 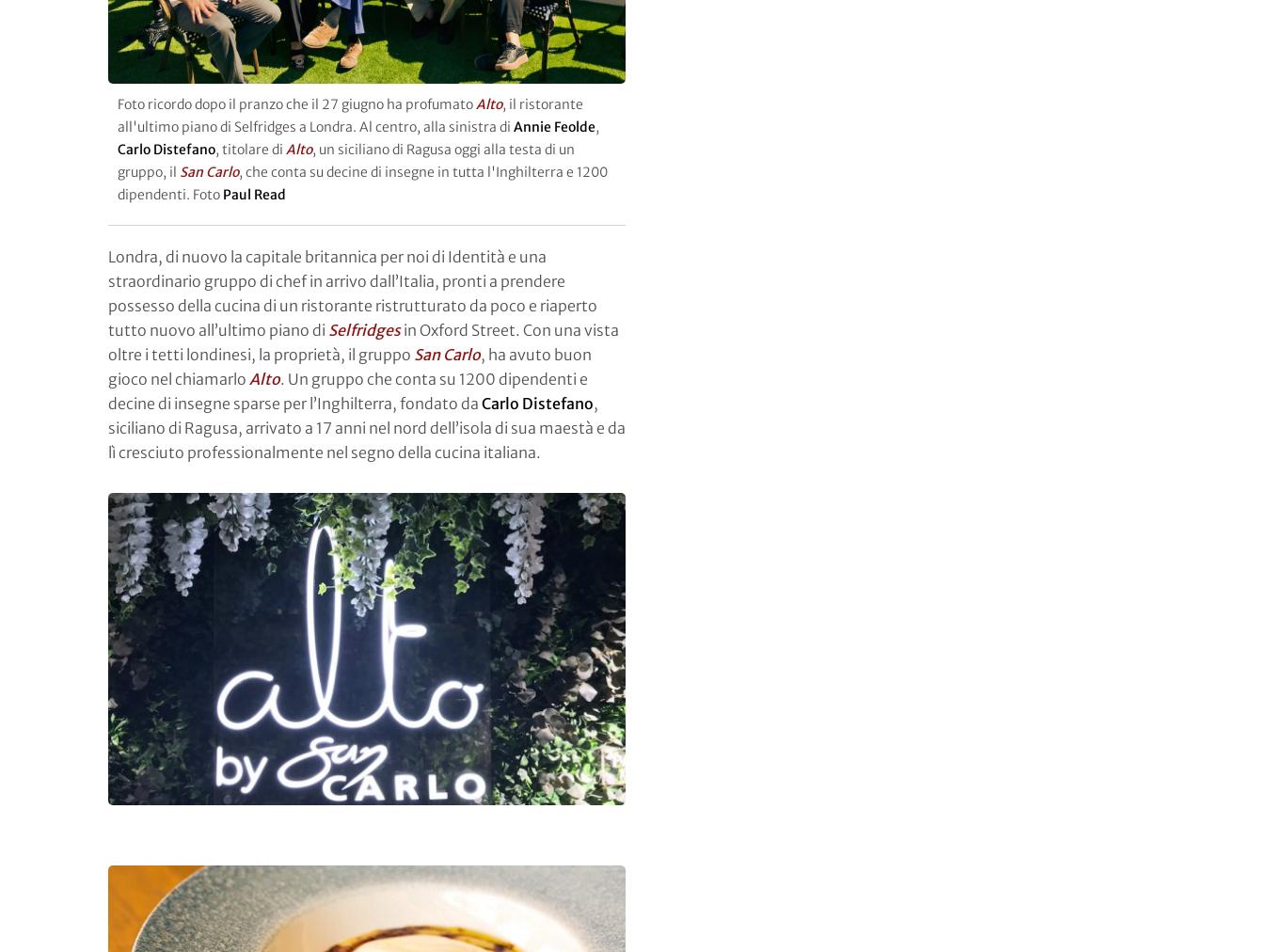 I want to click on 'Identità Web S.r.l. - Corso Magenta, 46 - 20123 Milano - P.I. e C.F. 07845670962', so click(x=397, y=828).